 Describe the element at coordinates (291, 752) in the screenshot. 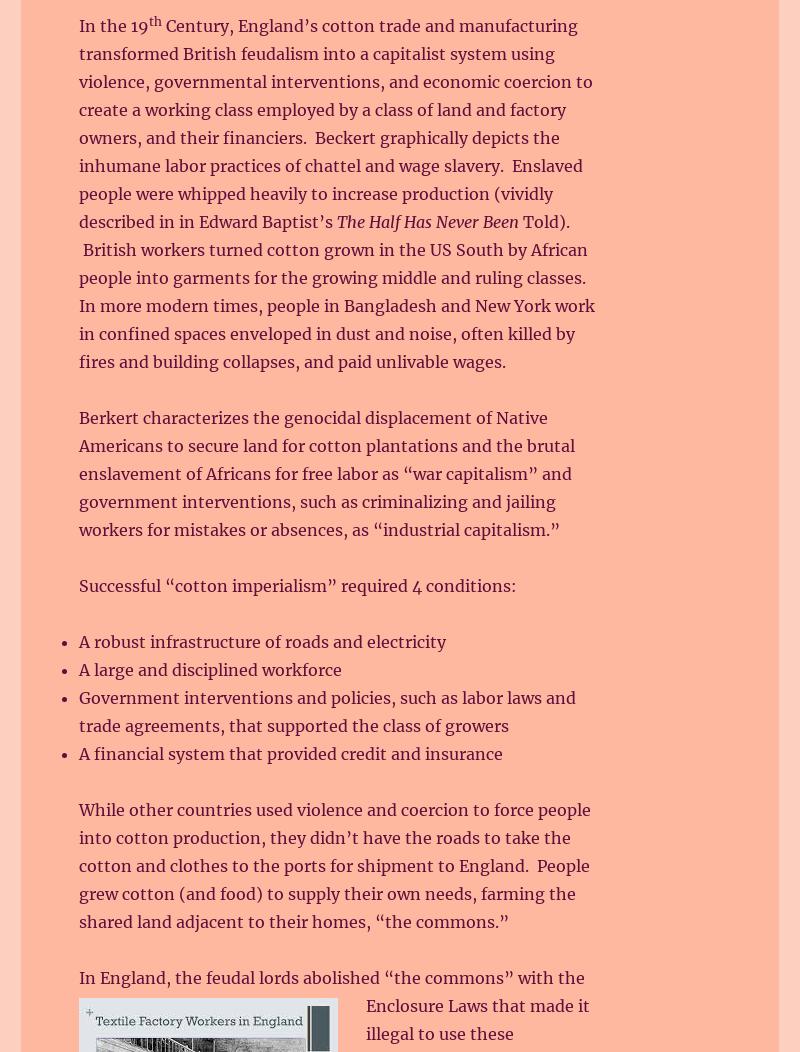

I see `'A financial system that provided credit and insurance'` at that location.